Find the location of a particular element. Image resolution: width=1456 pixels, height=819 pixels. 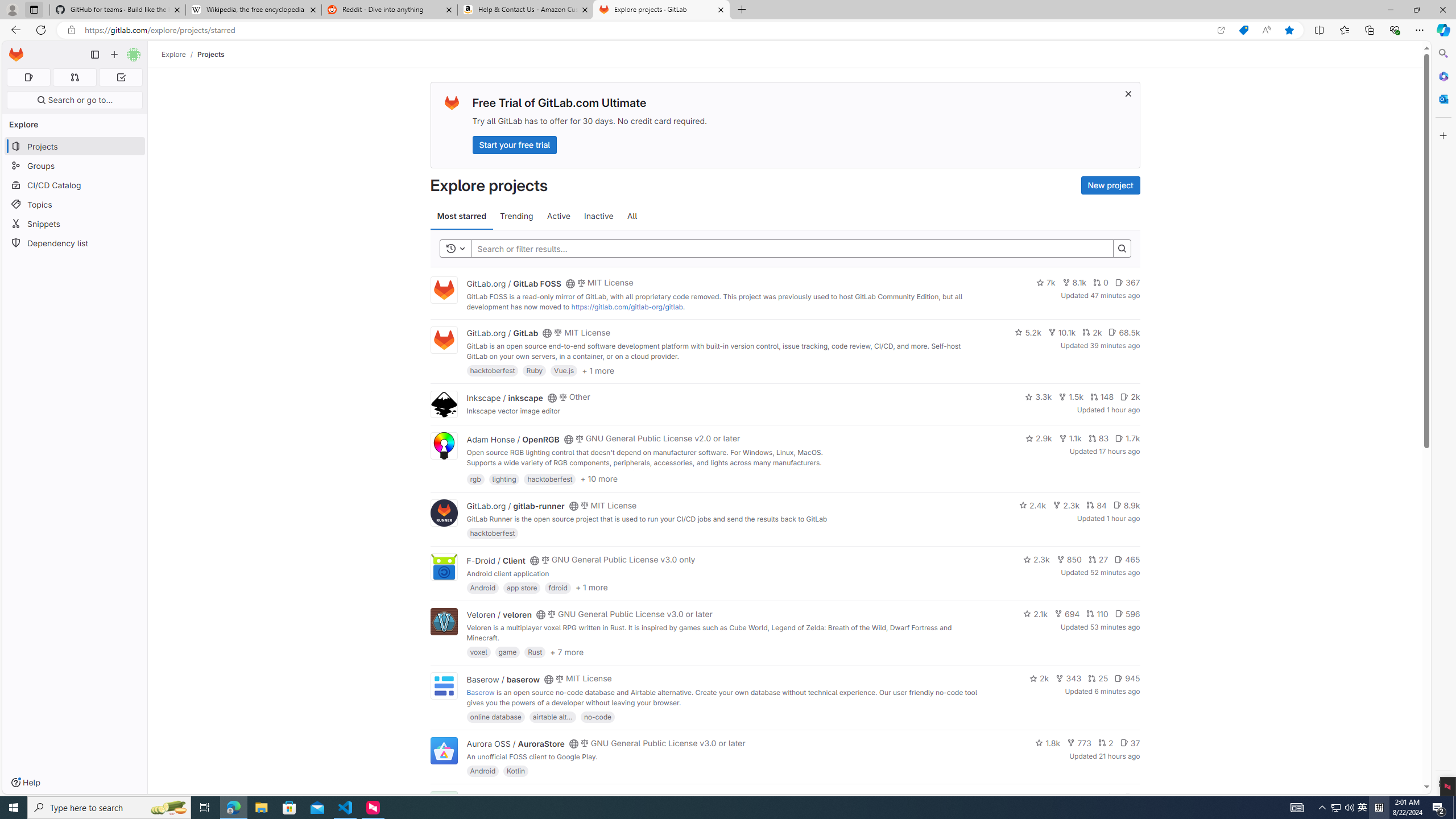

'F-Droid / Client' is located at coordinates (495, 560).